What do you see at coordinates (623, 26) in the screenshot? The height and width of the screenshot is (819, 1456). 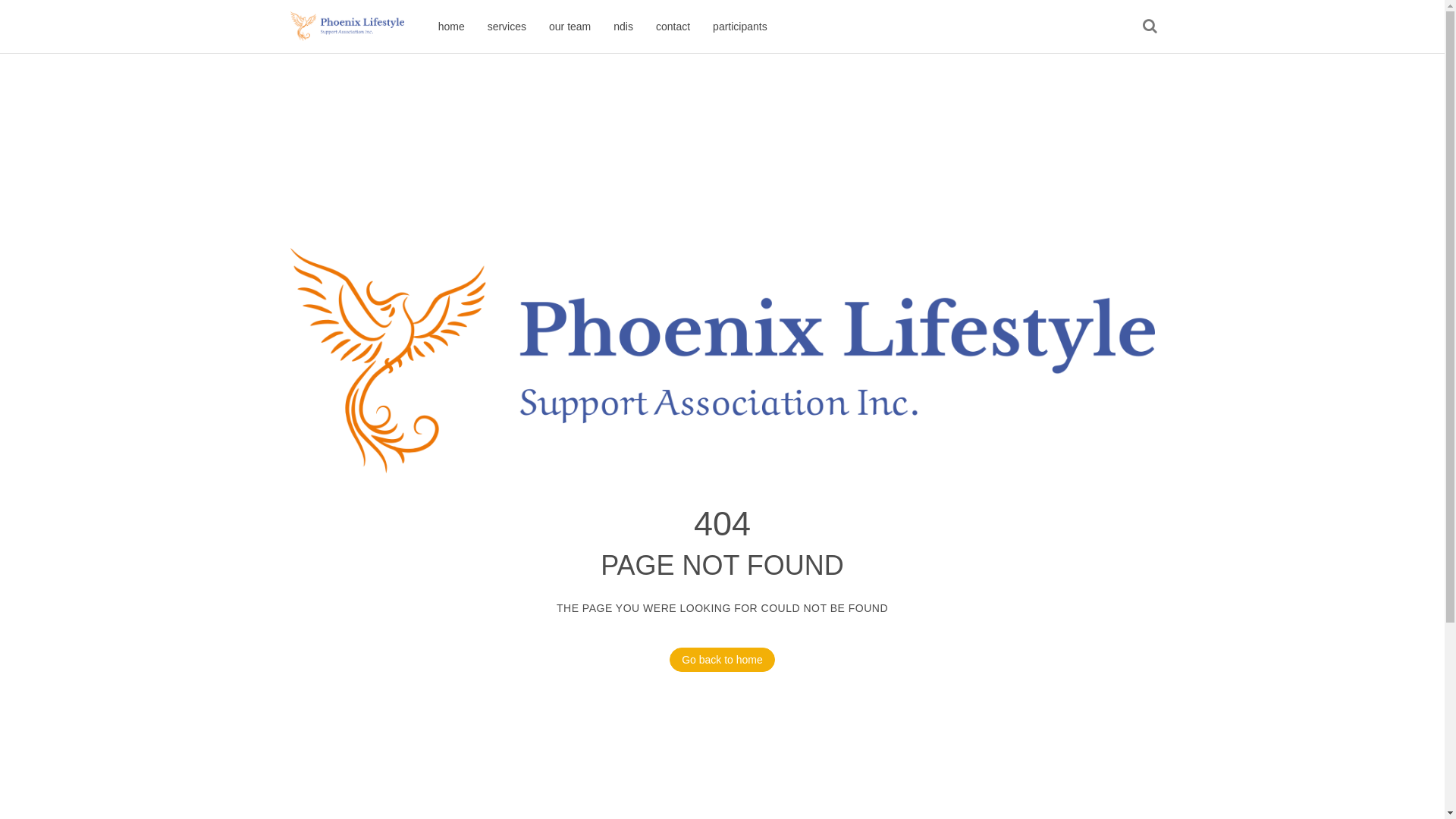 I see `'ndis'` at bounding box center [623, 26].